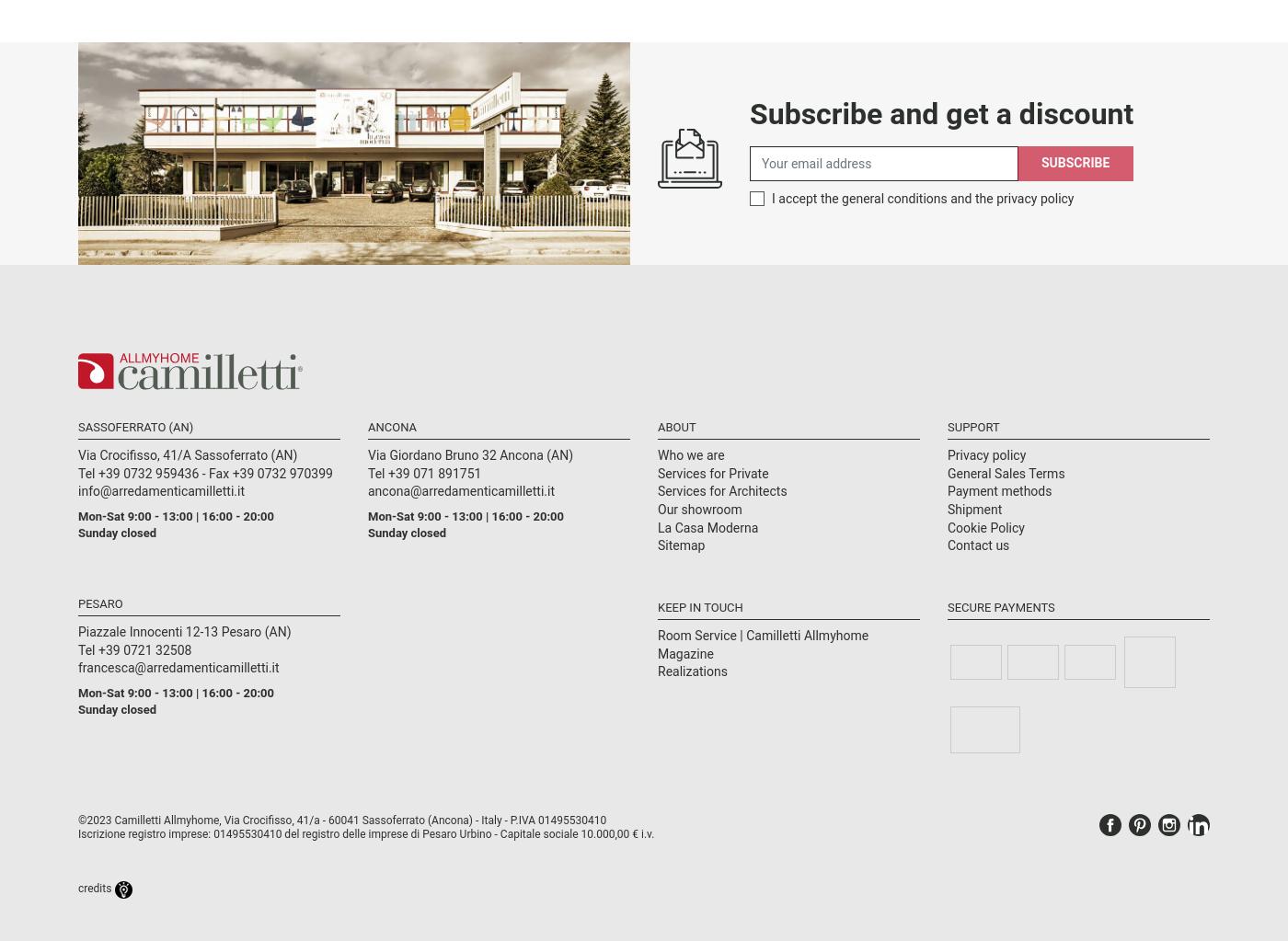 This screenshot has height=941, width=1288. Describe the element at coordinates (972, 425) in the screenshot. I see `'Support'` at that location.